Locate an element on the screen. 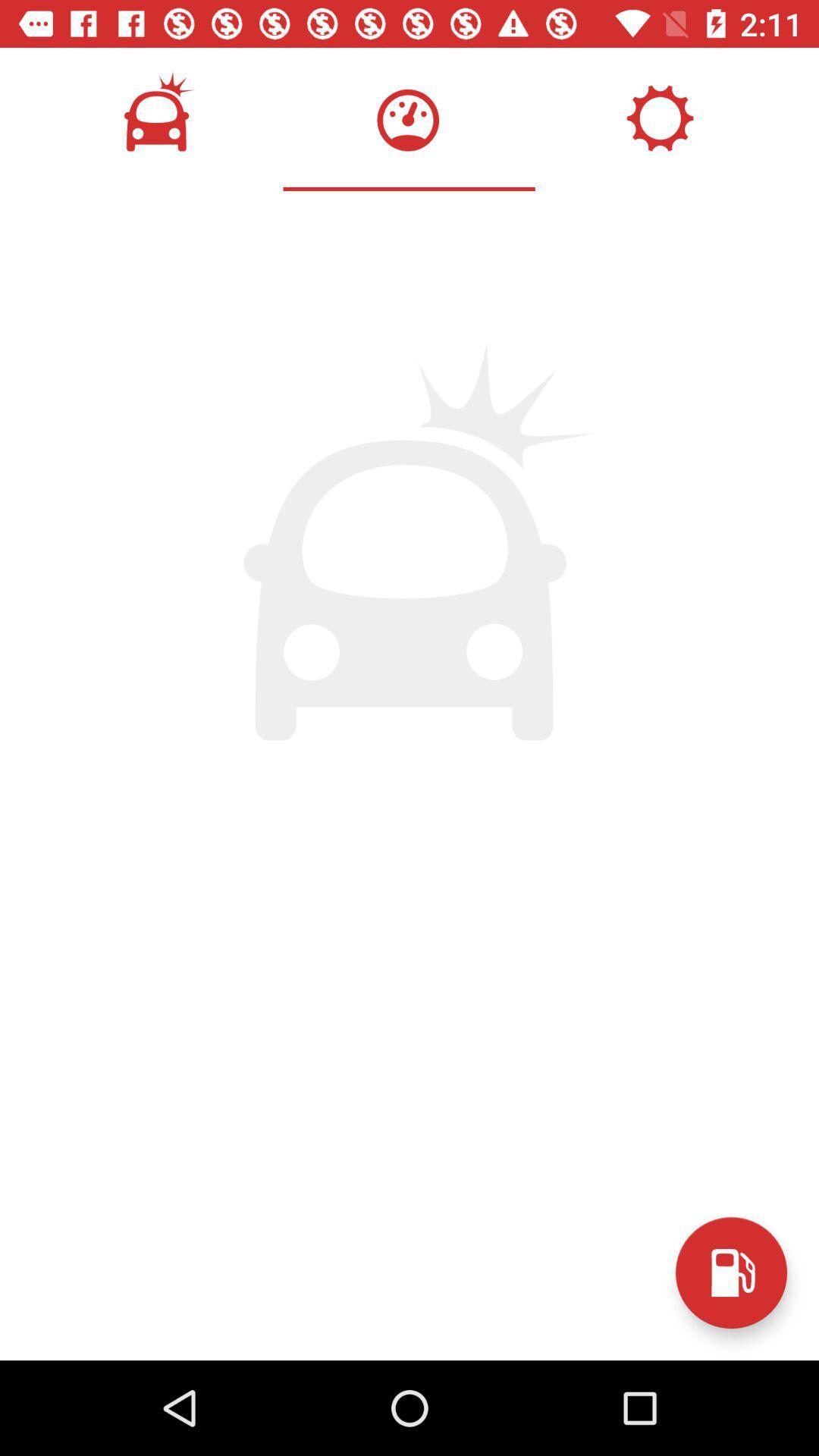  new gas refill option is located at coordinates (730, 1272).